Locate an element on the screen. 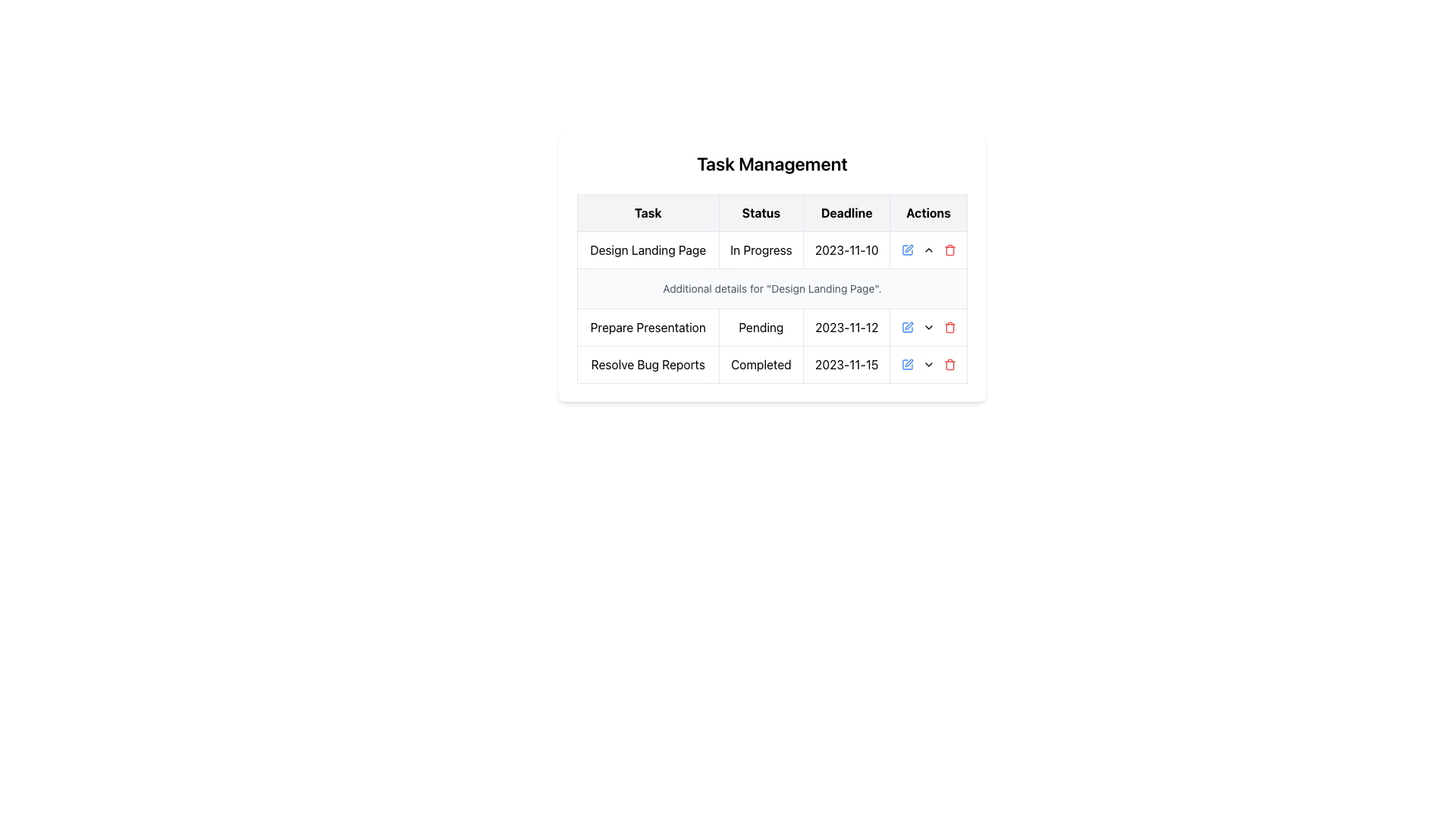  the heading text label that indicates the theme of the task management section is located at coordinates (772, 164).